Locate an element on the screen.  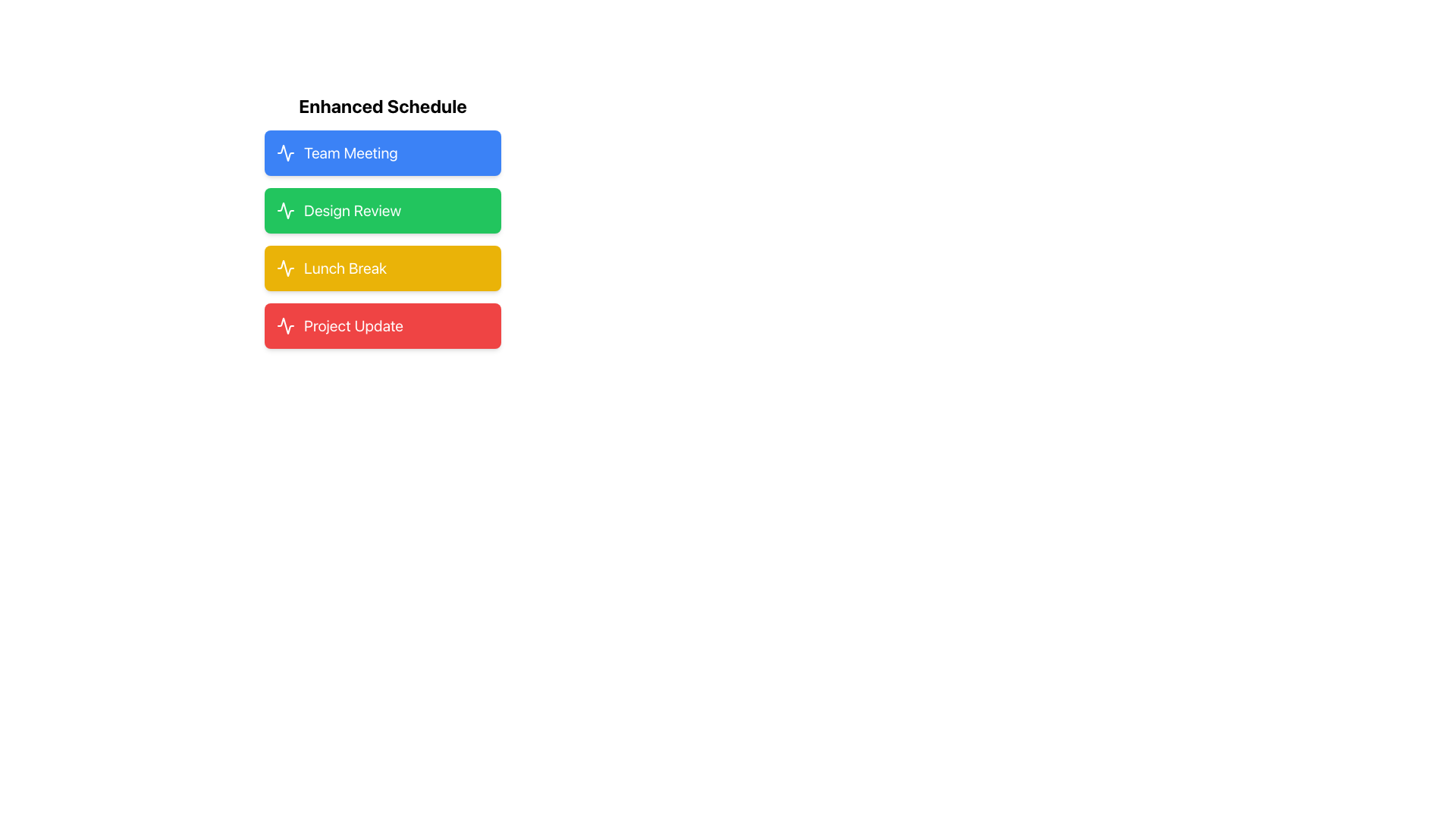
the small white icon representing activity inside the green rectangular button labeled 'Design Review', which is located is located at coordinates (286, 210).